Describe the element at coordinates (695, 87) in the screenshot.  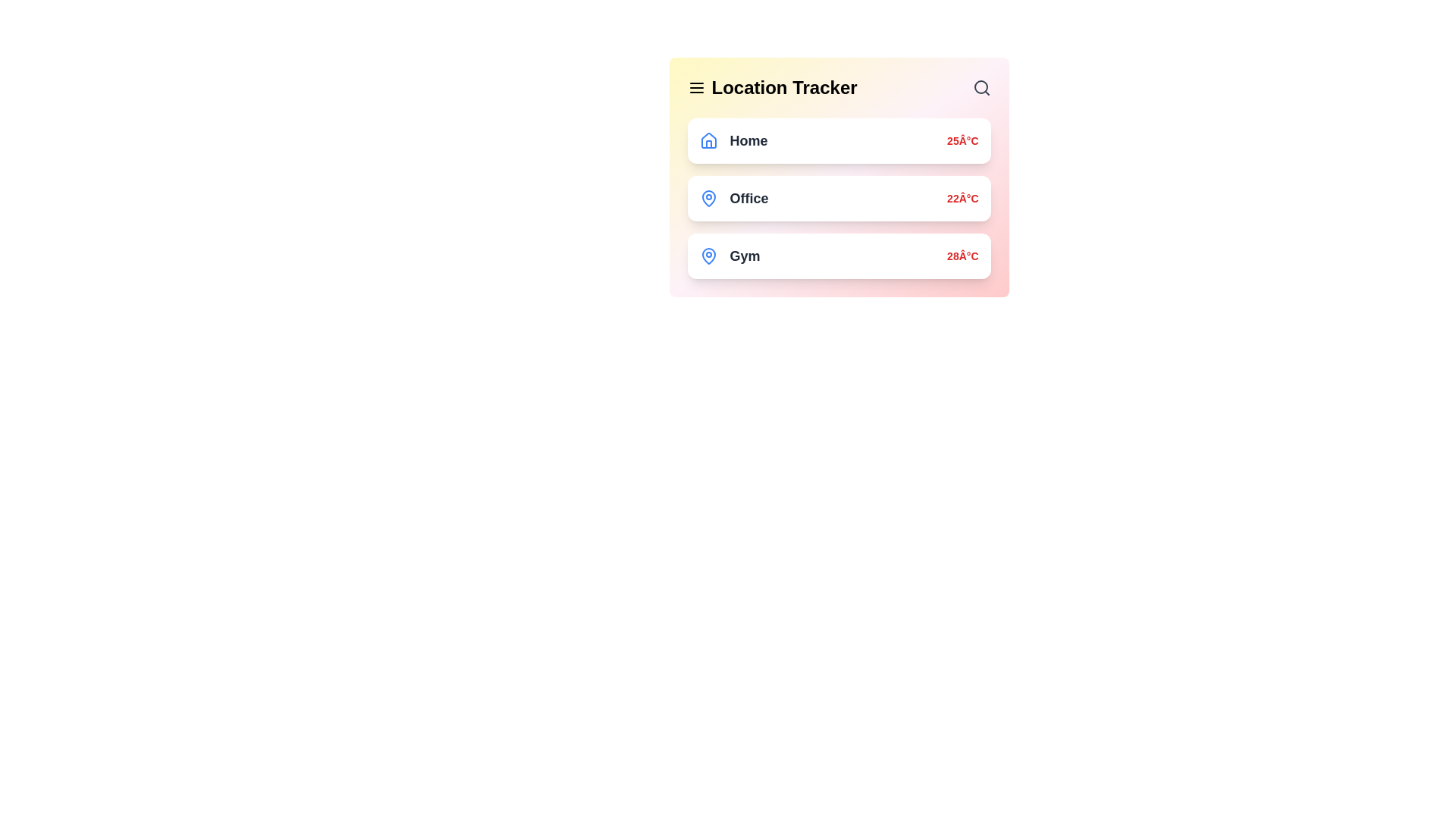
I see `the menu icon to open the navigation drawer` at that location.